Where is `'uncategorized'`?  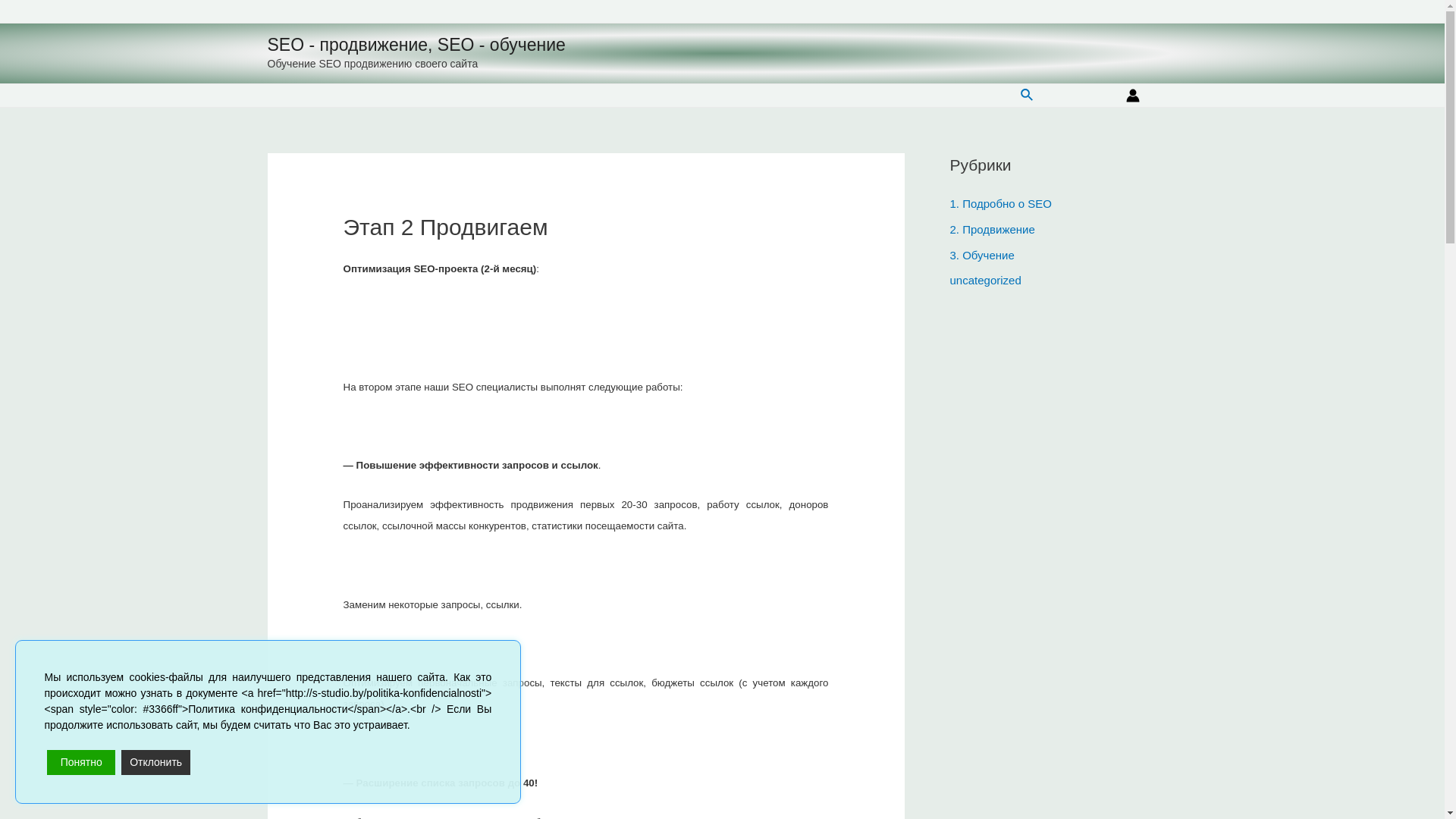
'uncategorized' is located at coordinates (985, 280).